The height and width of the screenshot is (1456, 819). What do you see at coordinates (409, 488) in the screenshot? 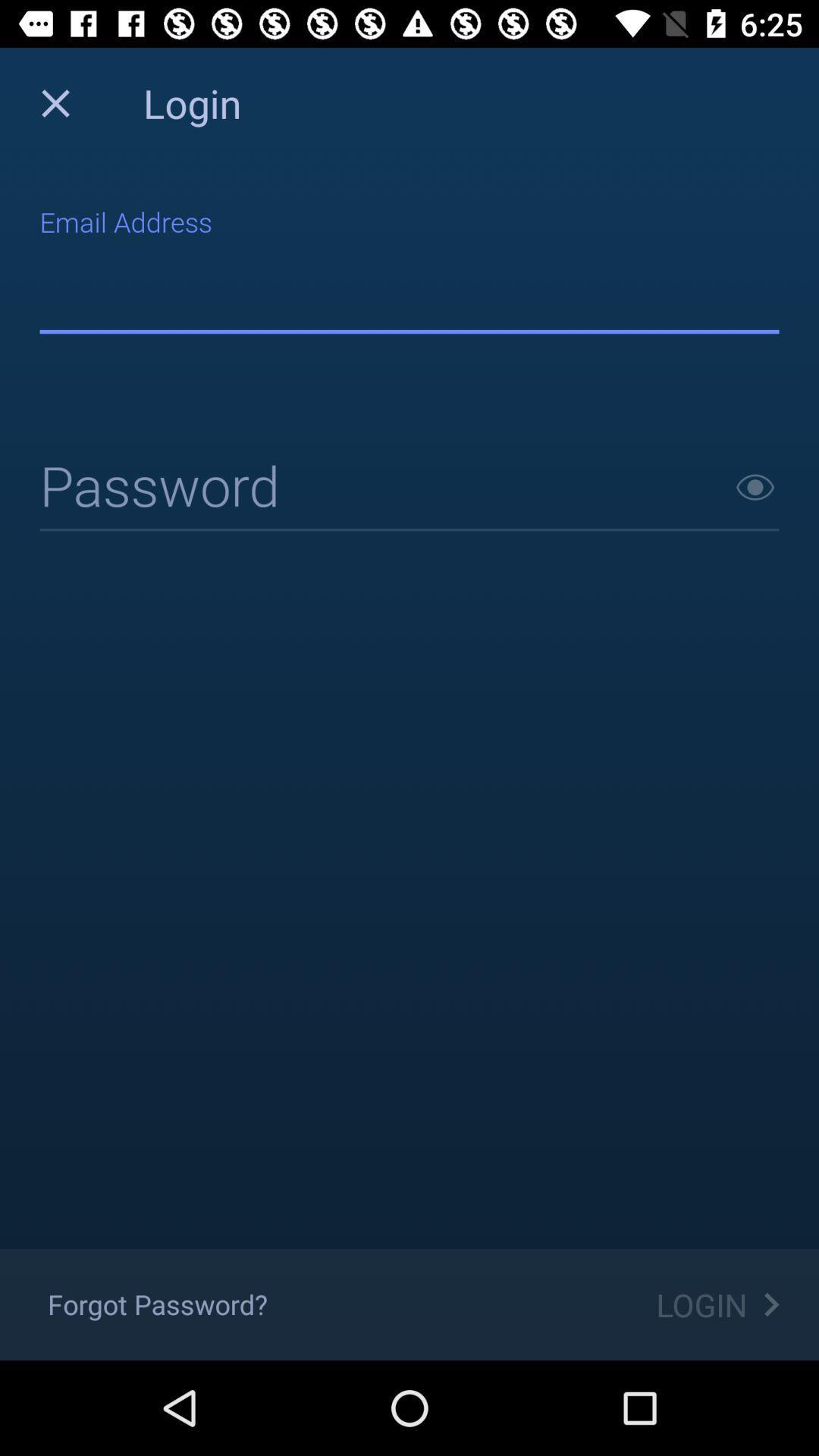
I see `type password` at bounding box center [409, 488].